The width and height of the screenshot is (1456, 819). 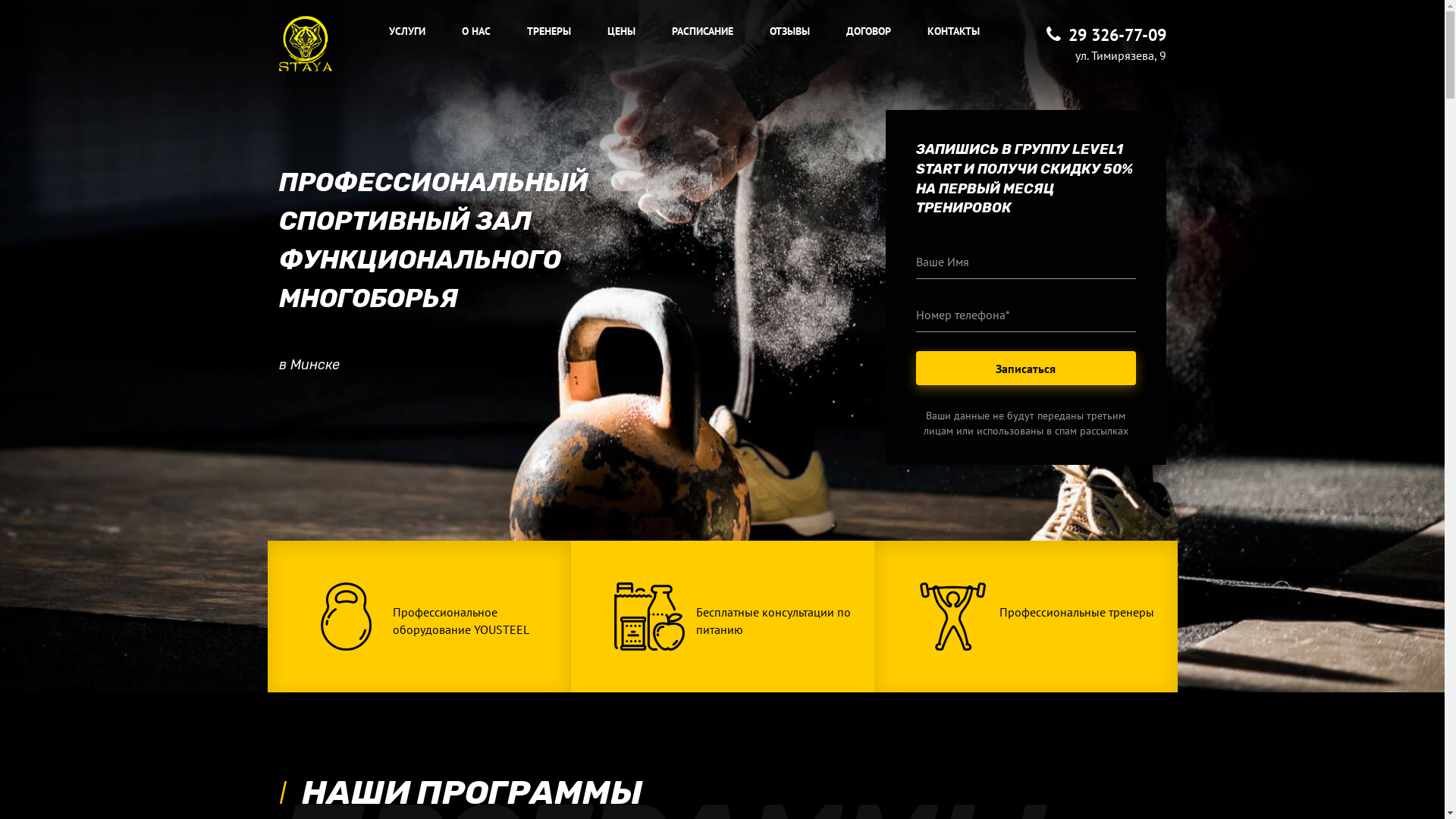 What do you see at coordinates (1106, 34) in the screenshot?
I see `'29 326-77-09'` at bounding box center [1106, 34].